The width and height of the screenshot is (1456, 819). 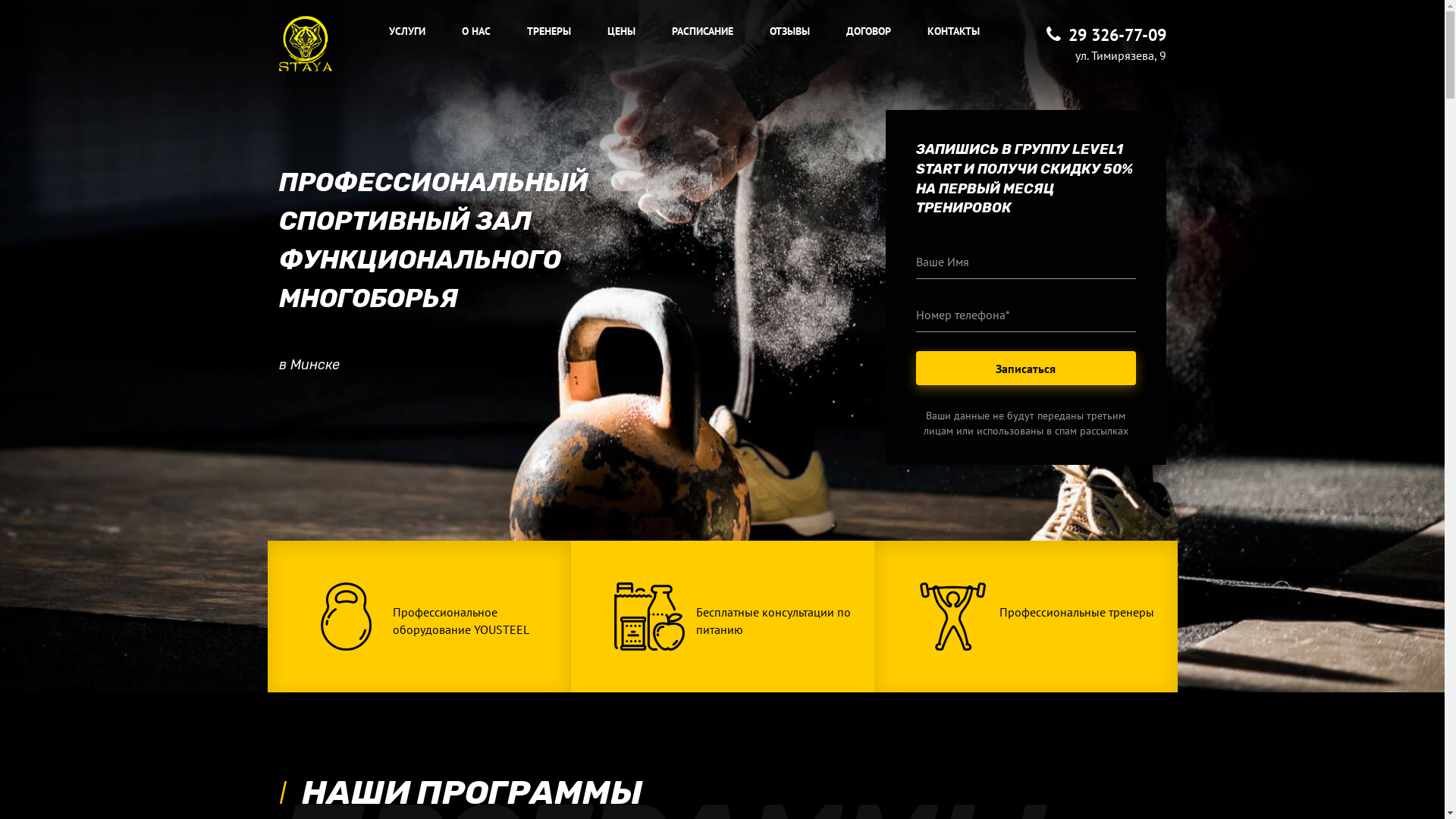 What do you see at coordinates (1106, 34) in the screenshot?
I see `'29 326-77-09'` at bounding box center [1106, 34].